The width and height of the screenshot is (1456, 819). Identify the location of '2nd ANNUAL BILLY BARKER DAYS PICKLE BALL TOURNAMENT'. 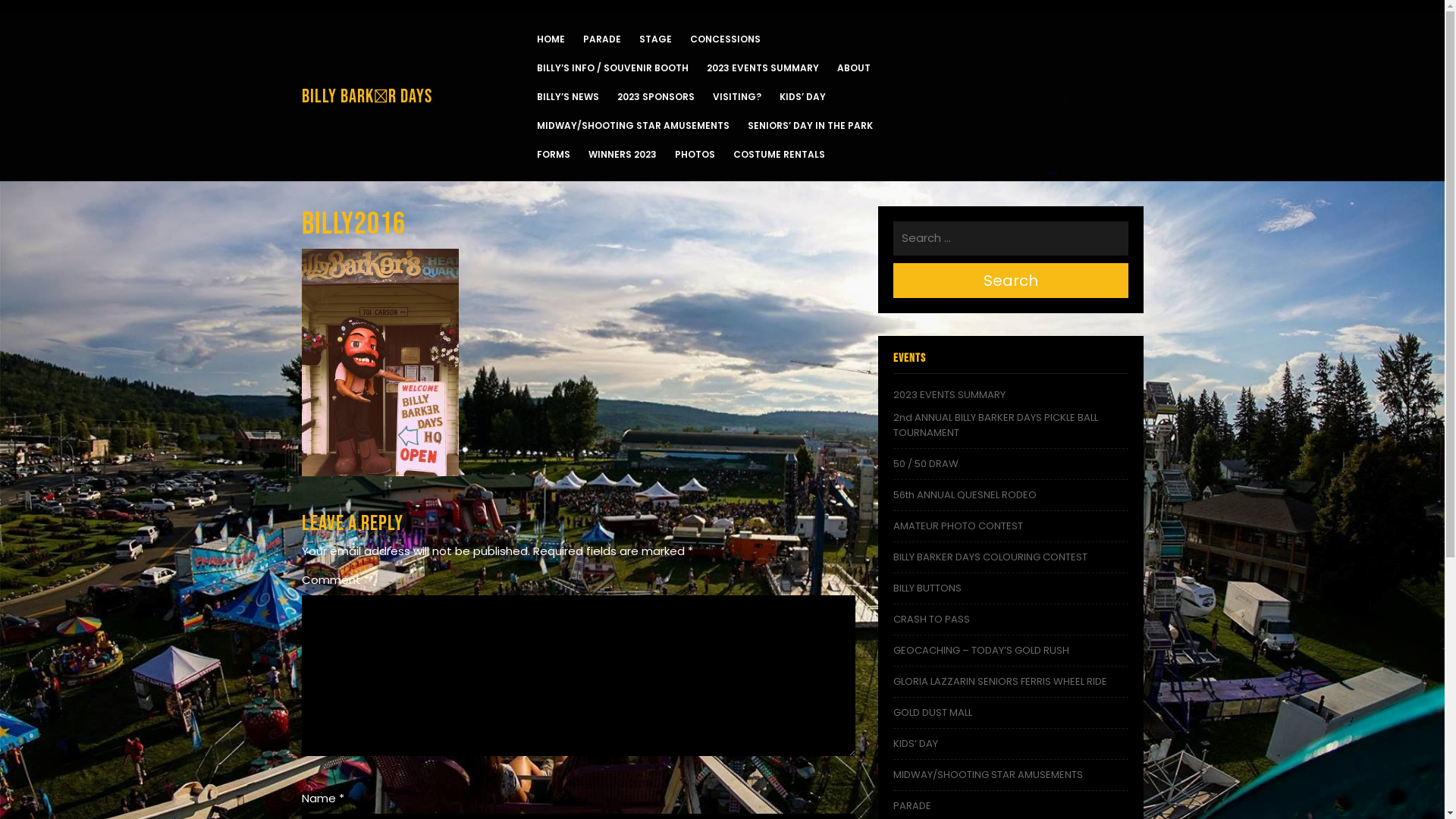
(996, 425).